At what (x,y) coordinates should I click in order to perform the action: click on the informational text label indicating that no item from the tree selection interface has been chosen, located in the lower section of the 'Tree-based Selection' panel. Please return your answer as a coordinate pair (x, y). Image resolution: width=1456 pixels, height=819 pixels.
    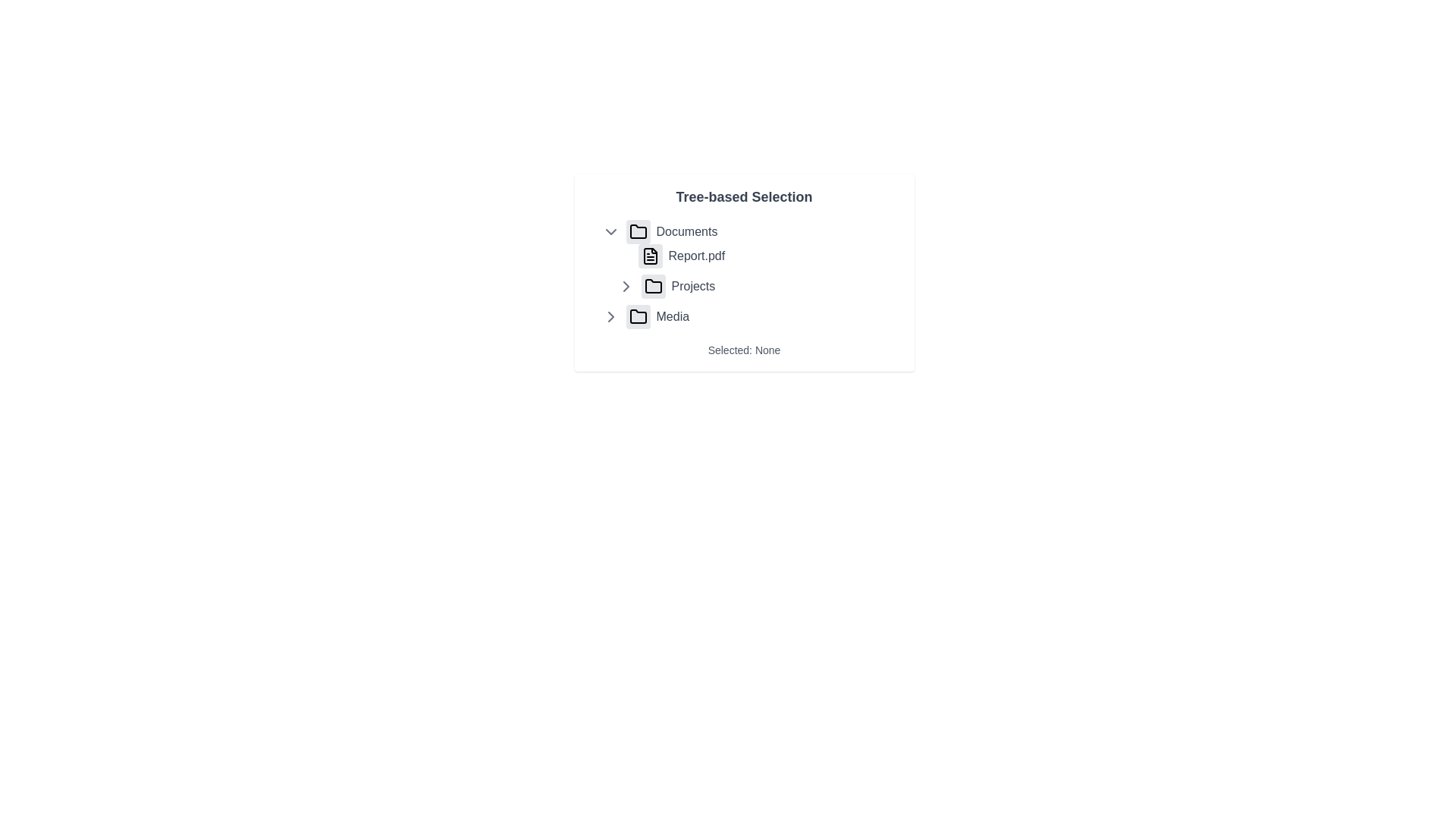
    Looking at the image, I should click on (744, 350).